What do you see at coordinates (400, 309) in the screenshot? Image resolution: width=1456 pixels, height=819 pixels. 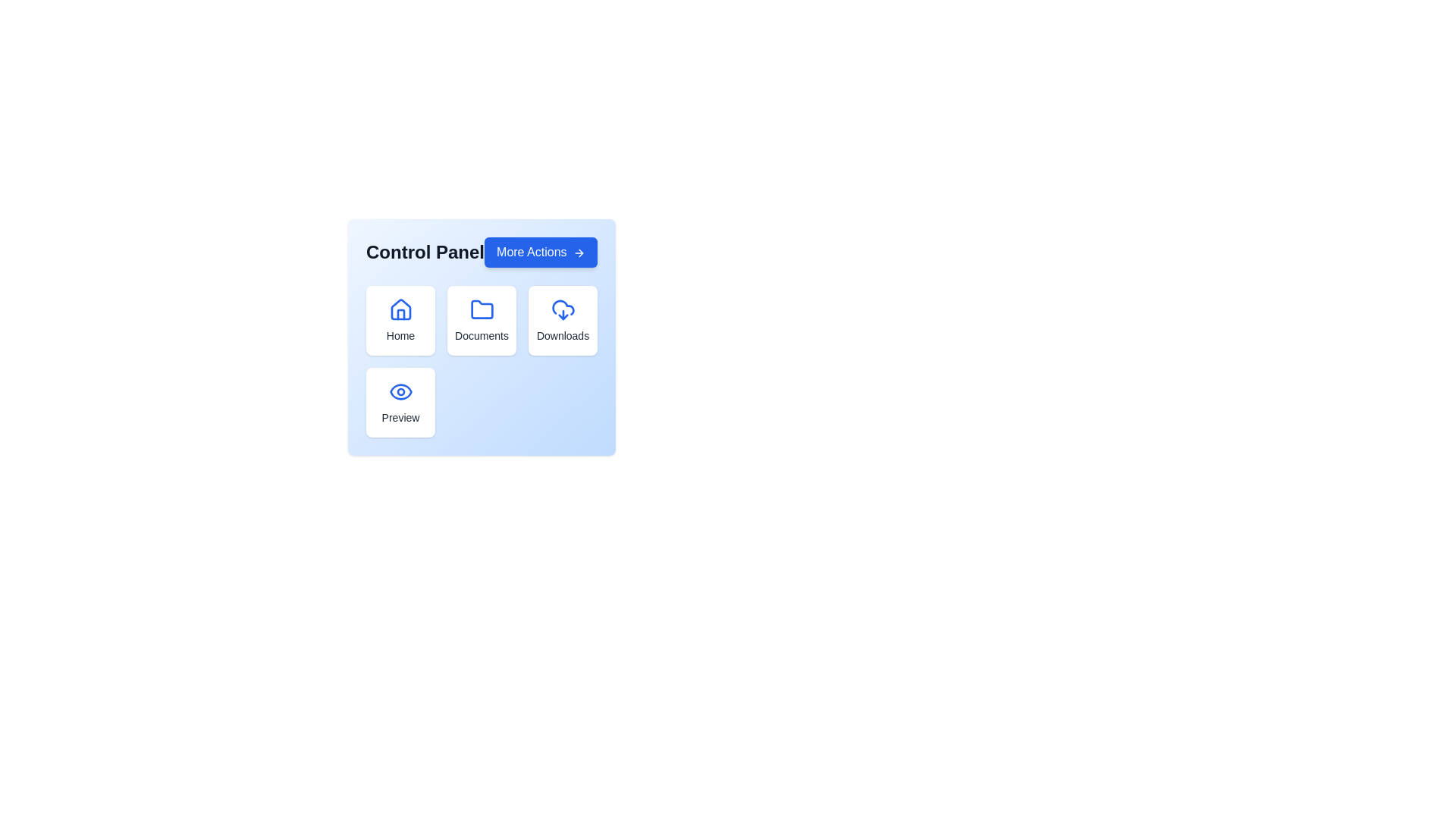 I see `the 'Home' icon located in the top-left card of the control panel interface` at bounding box center [400, 309].